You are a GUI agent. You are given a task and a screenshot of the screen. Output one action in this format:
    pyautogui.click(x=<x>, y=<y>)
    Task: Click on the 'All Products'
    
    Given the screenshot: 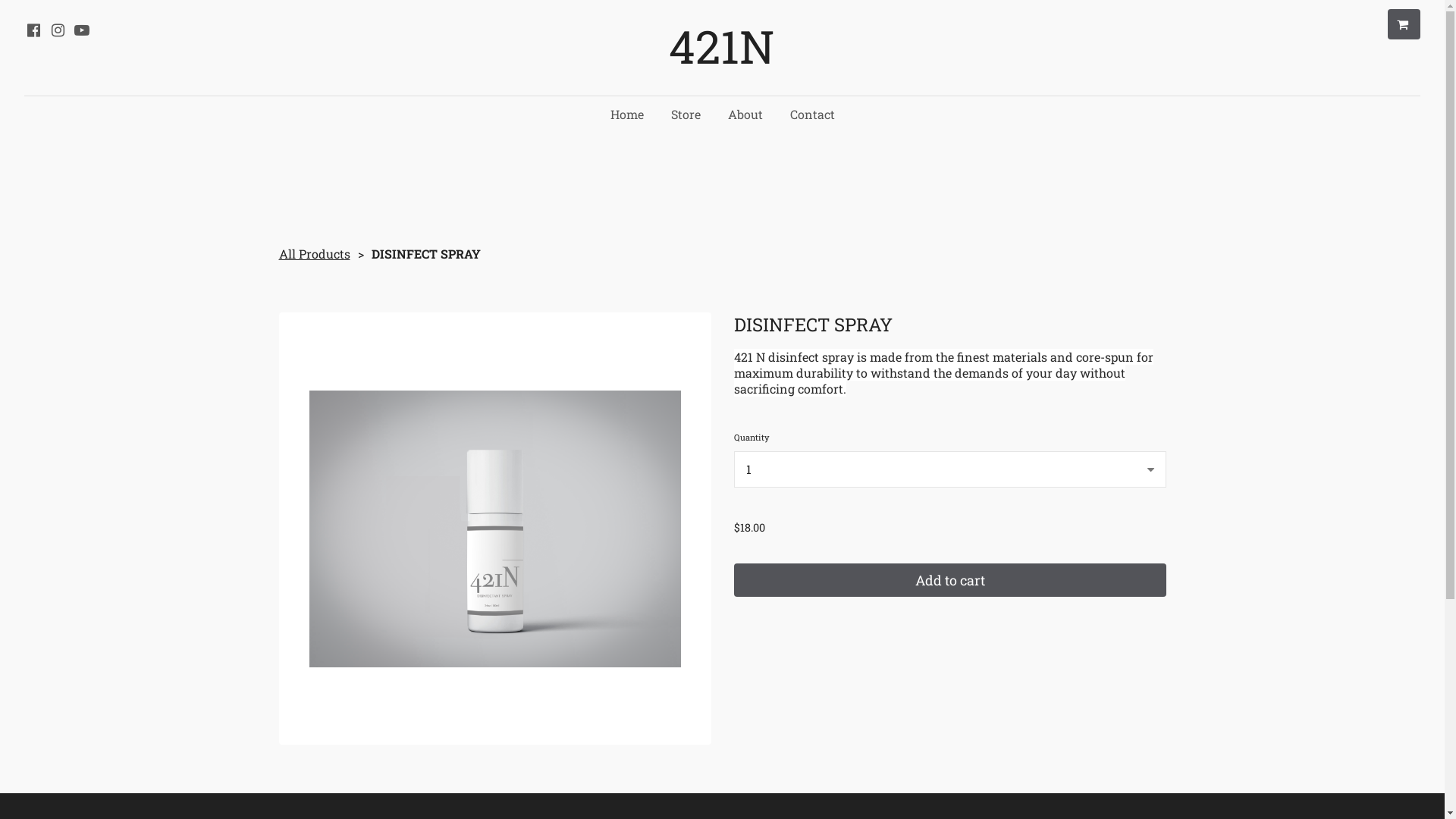 What is the action you would take?
    pyautogui.click(x=313, y=253)
    